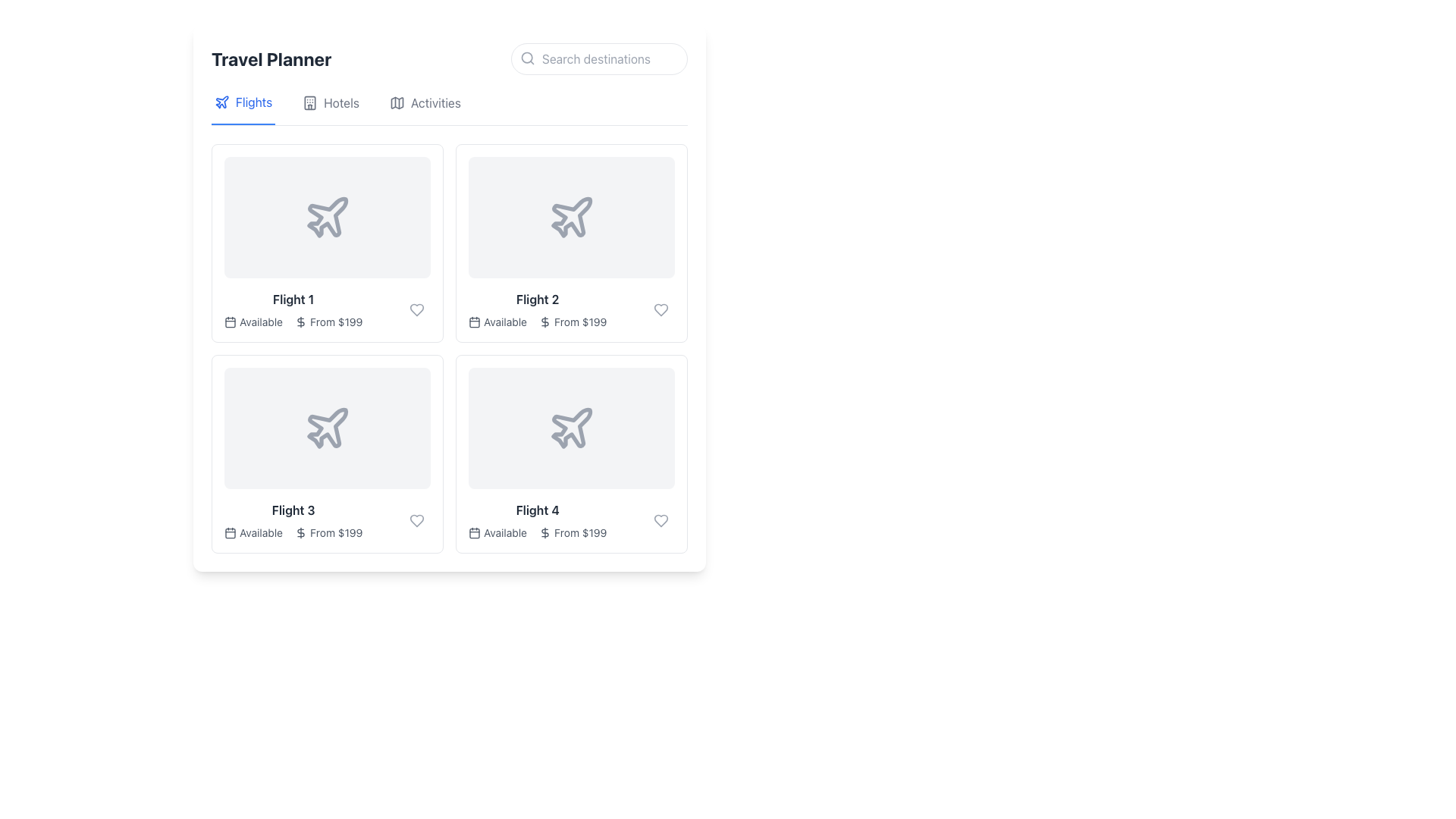 This screenshot has height=819, width=1456. I want to click on the 'Activities' navigation tab button located in the horizontal navigation bar to change its appearance, so click(449, 108).